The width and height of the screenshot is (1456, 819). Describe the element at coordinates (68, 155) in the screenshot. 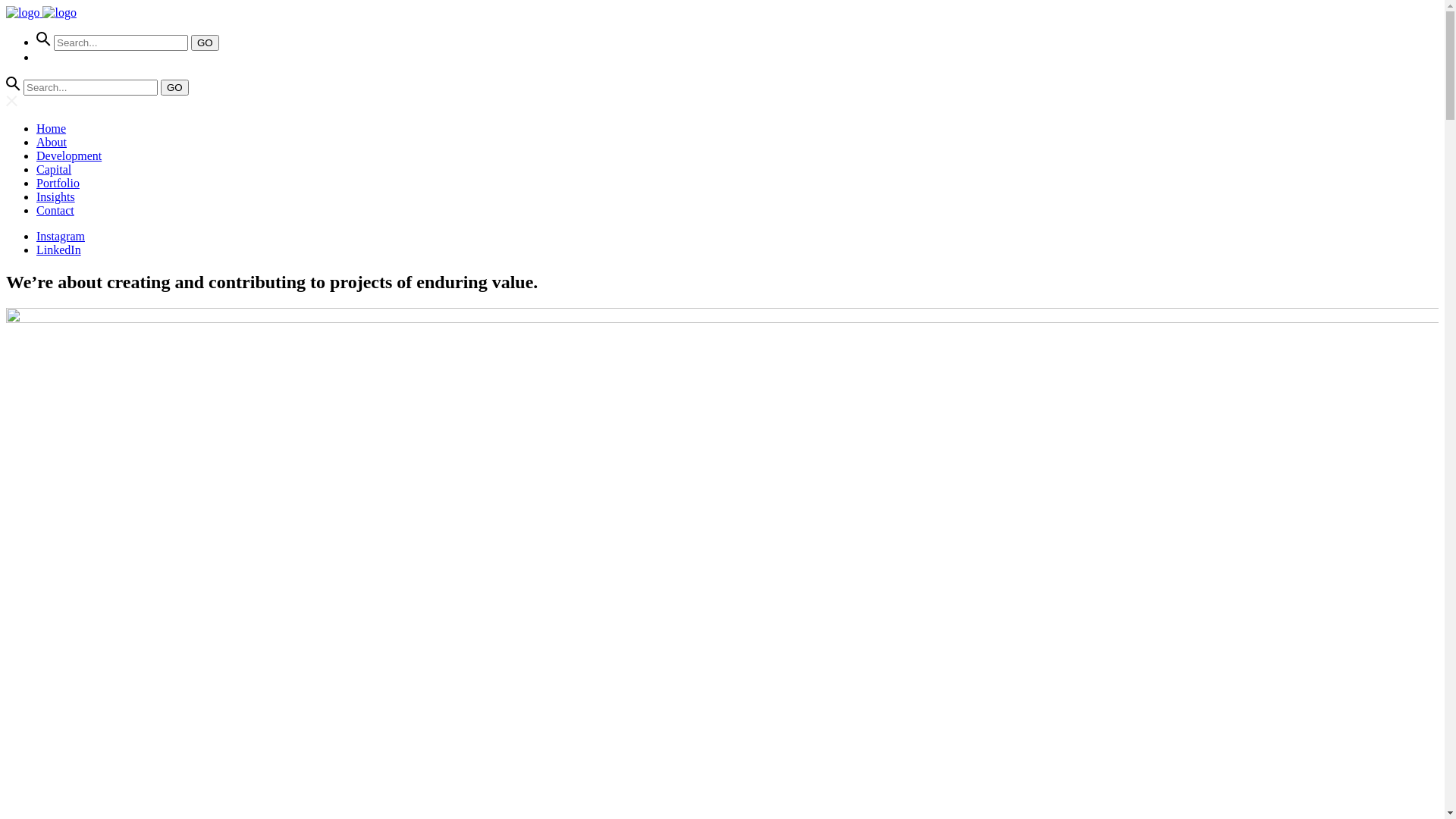

I see `'Development'` at that location.